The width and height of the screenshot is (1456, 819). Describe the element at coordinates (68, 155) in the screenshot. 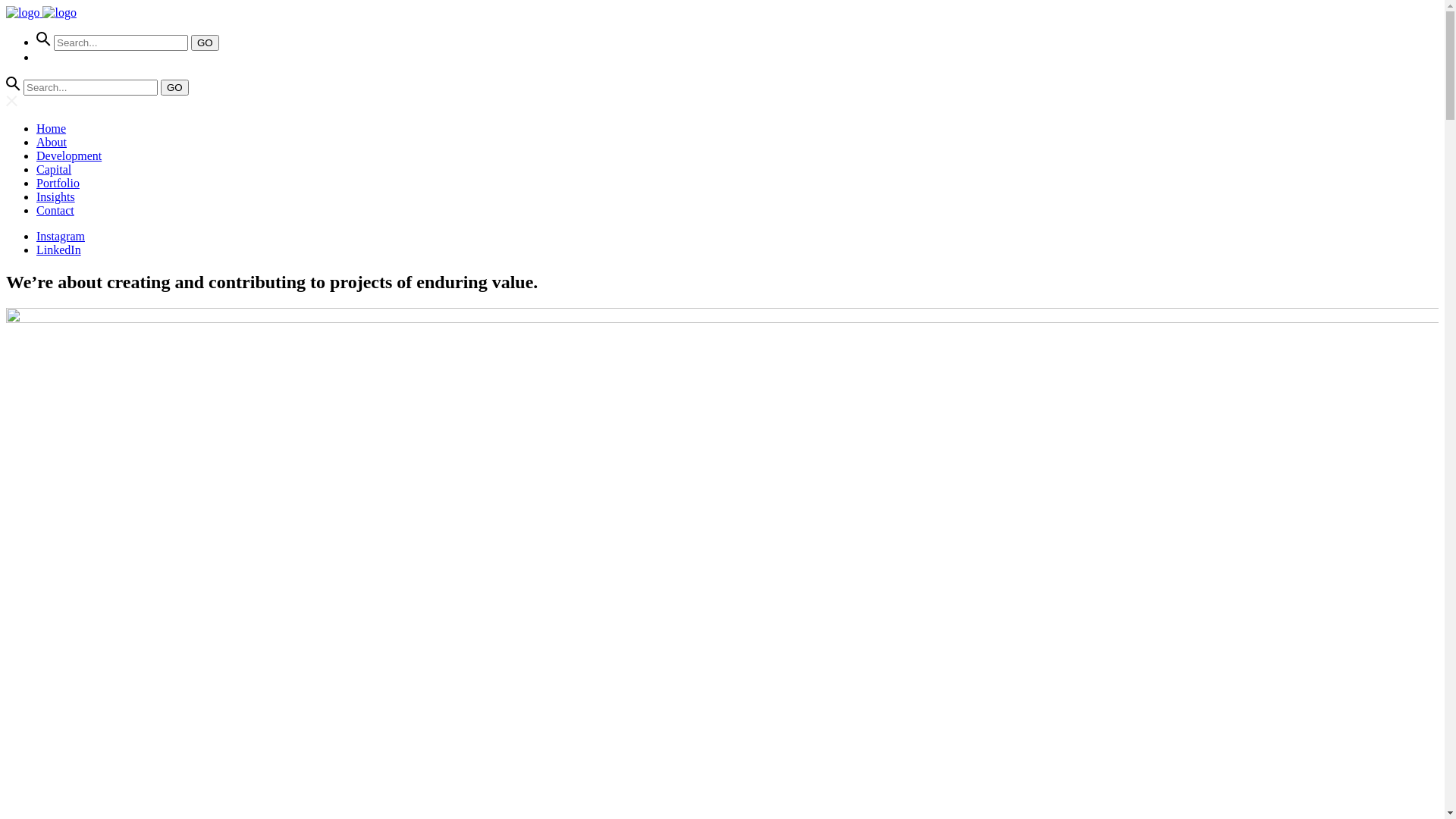

I see `'Development'` at that location.